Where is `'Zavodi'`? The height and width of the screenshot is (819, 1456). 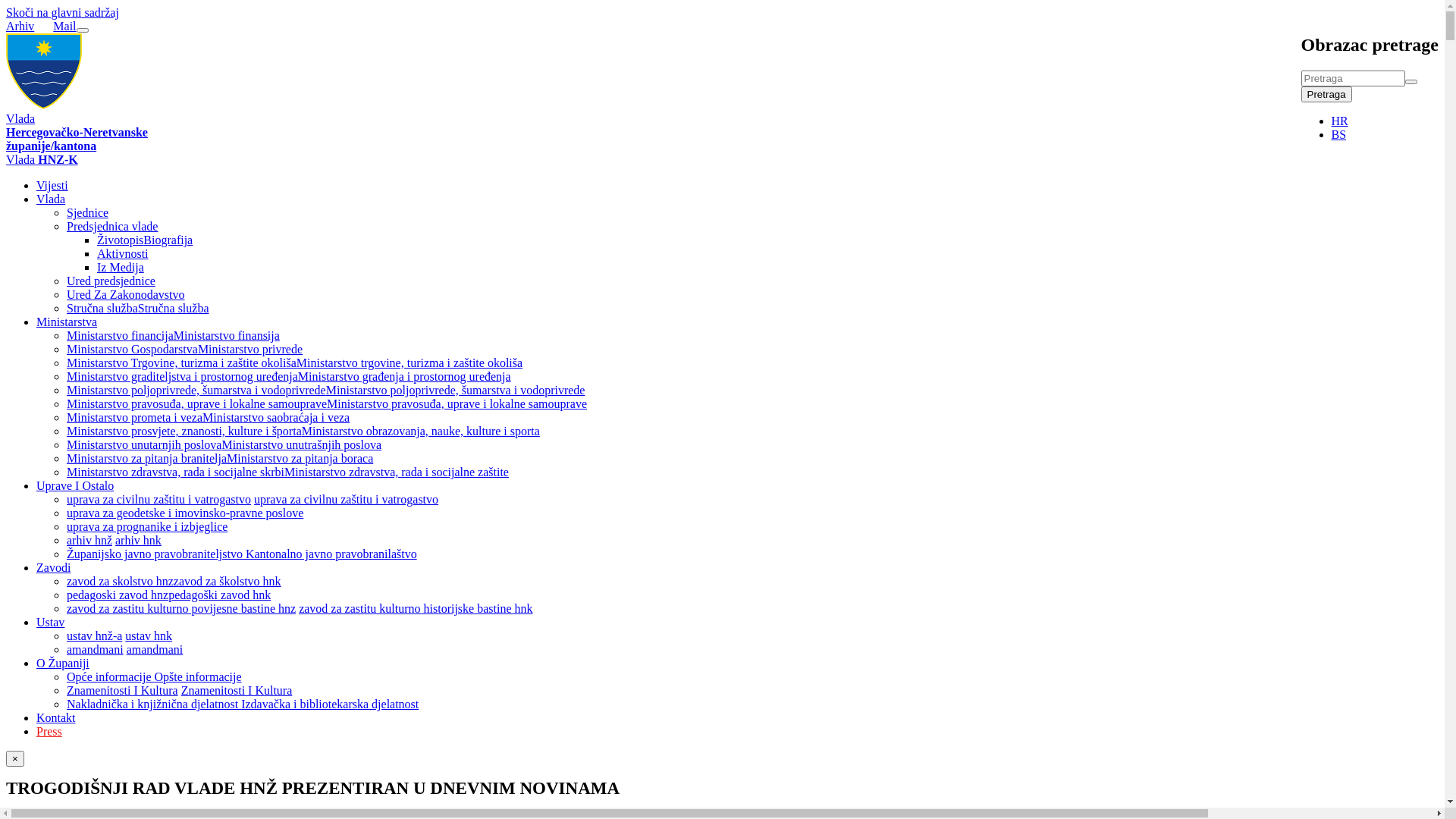 'Zavodi' is located at coordinates (53, 567).